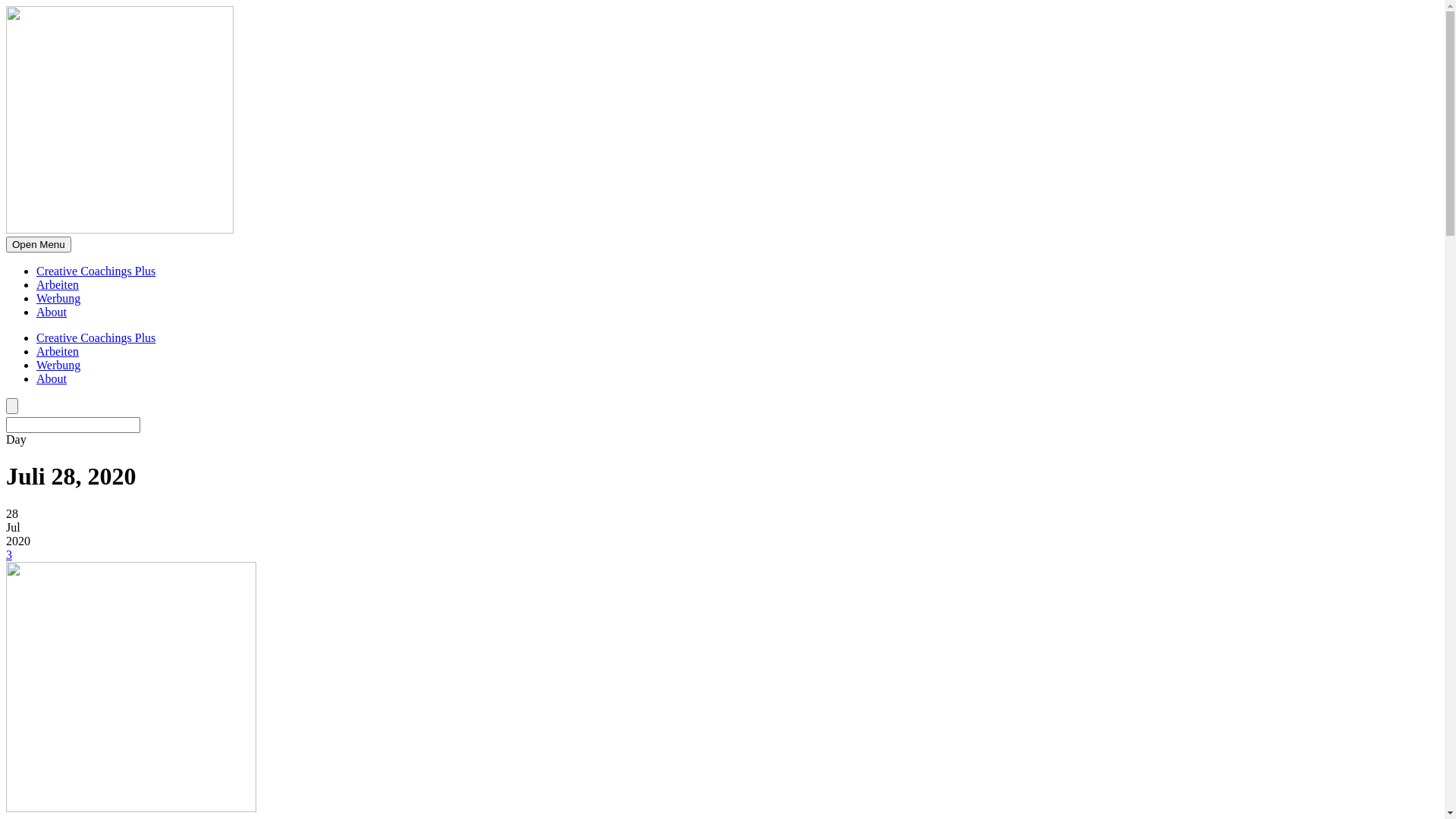 This screenshot has height=819, width=1456. What do you see at coordinates (51, 378) in the screenshot?
I see `'About'` at bounding box center [51, 378].